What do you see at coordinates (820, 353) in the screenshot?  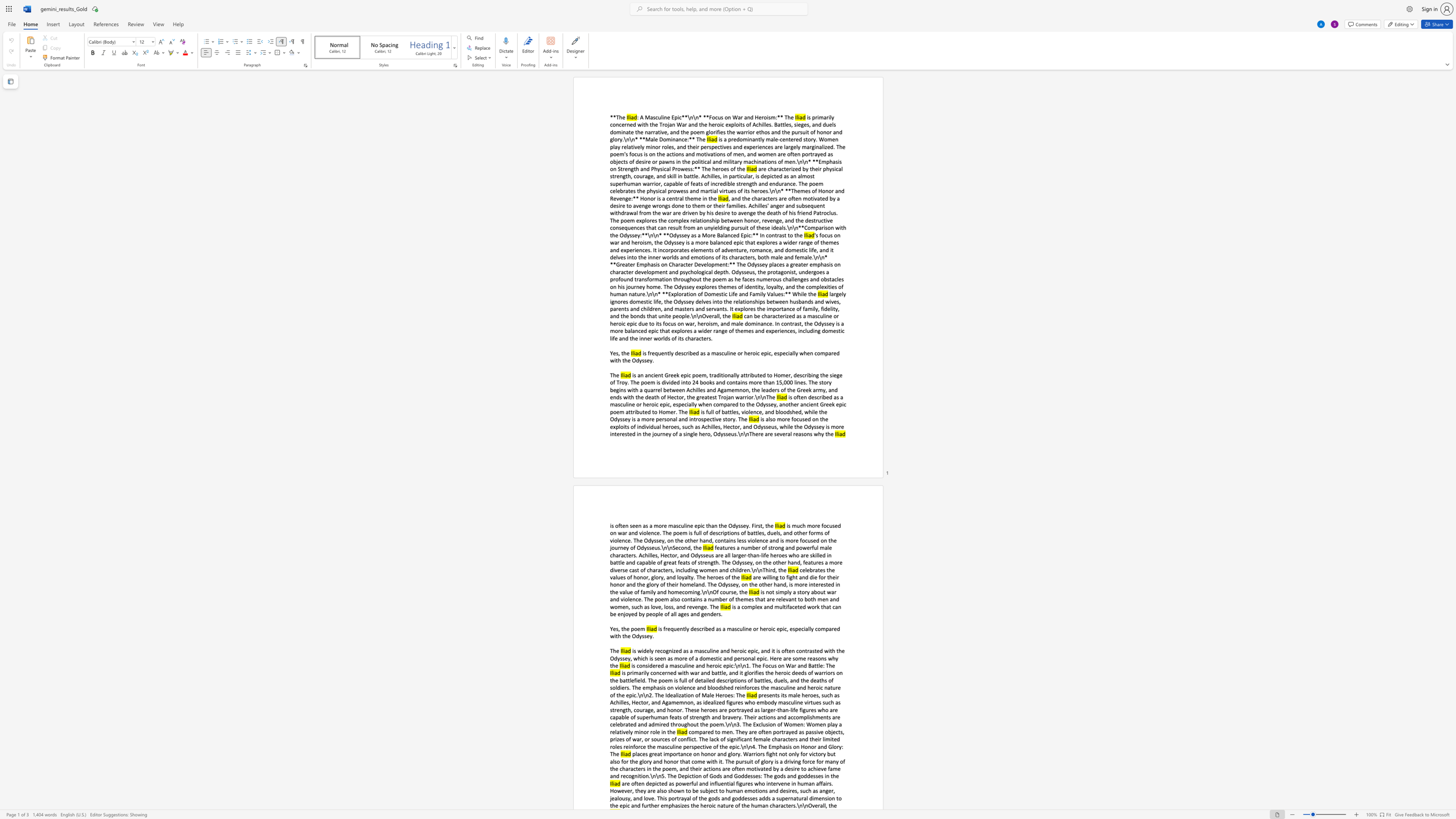 I see `the subset text "mpared" within the text "is frequently described as a masculine or heroic epic, especially when compared with the Odyssey."` at bounding box center [820, 353].